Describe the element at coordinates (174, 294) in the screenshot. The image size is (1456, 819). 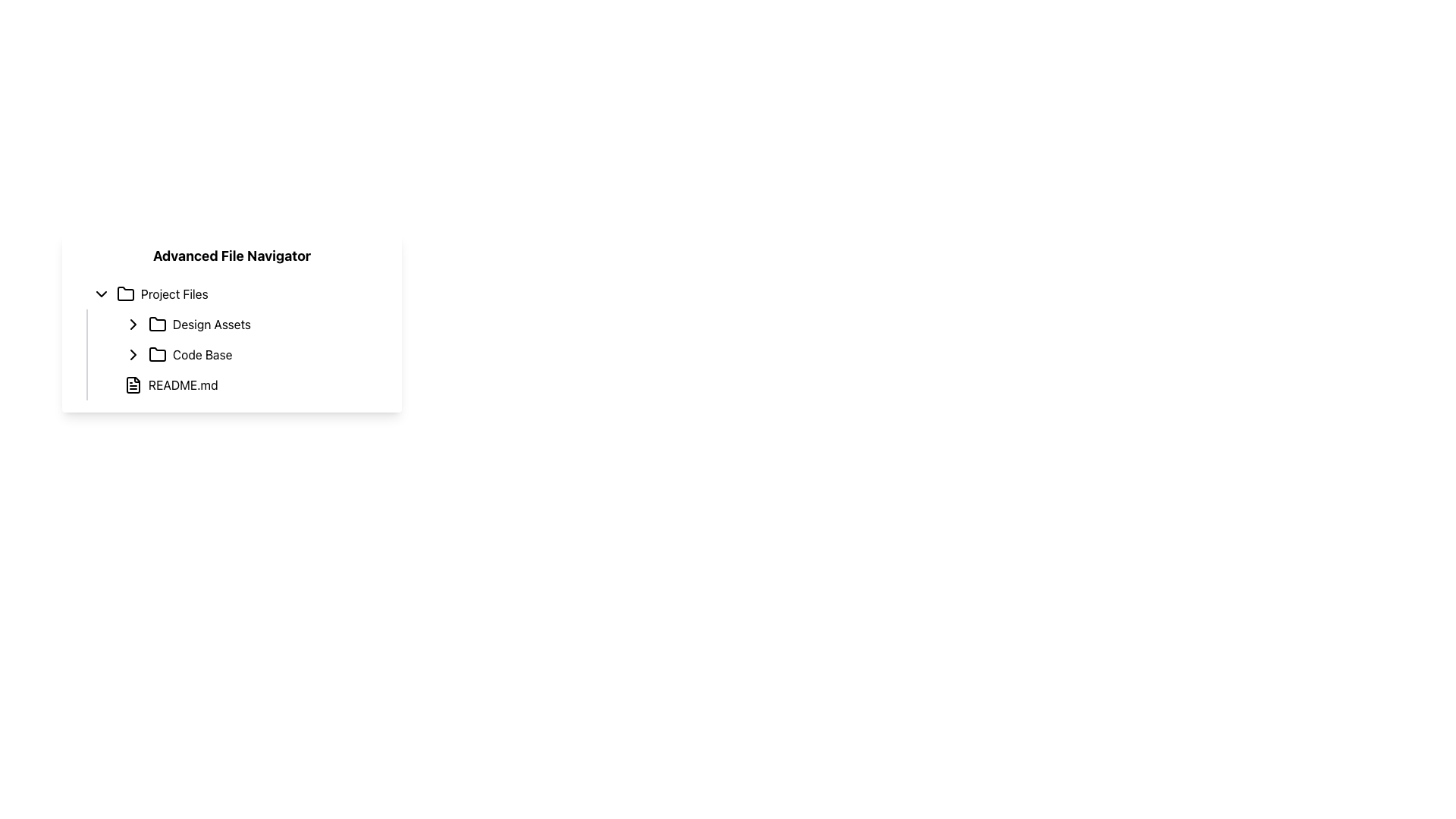
I see `text label identifying the folder as 'Project Files' located in the file navigation interface, positioned to the right of the folder icon` at that location.